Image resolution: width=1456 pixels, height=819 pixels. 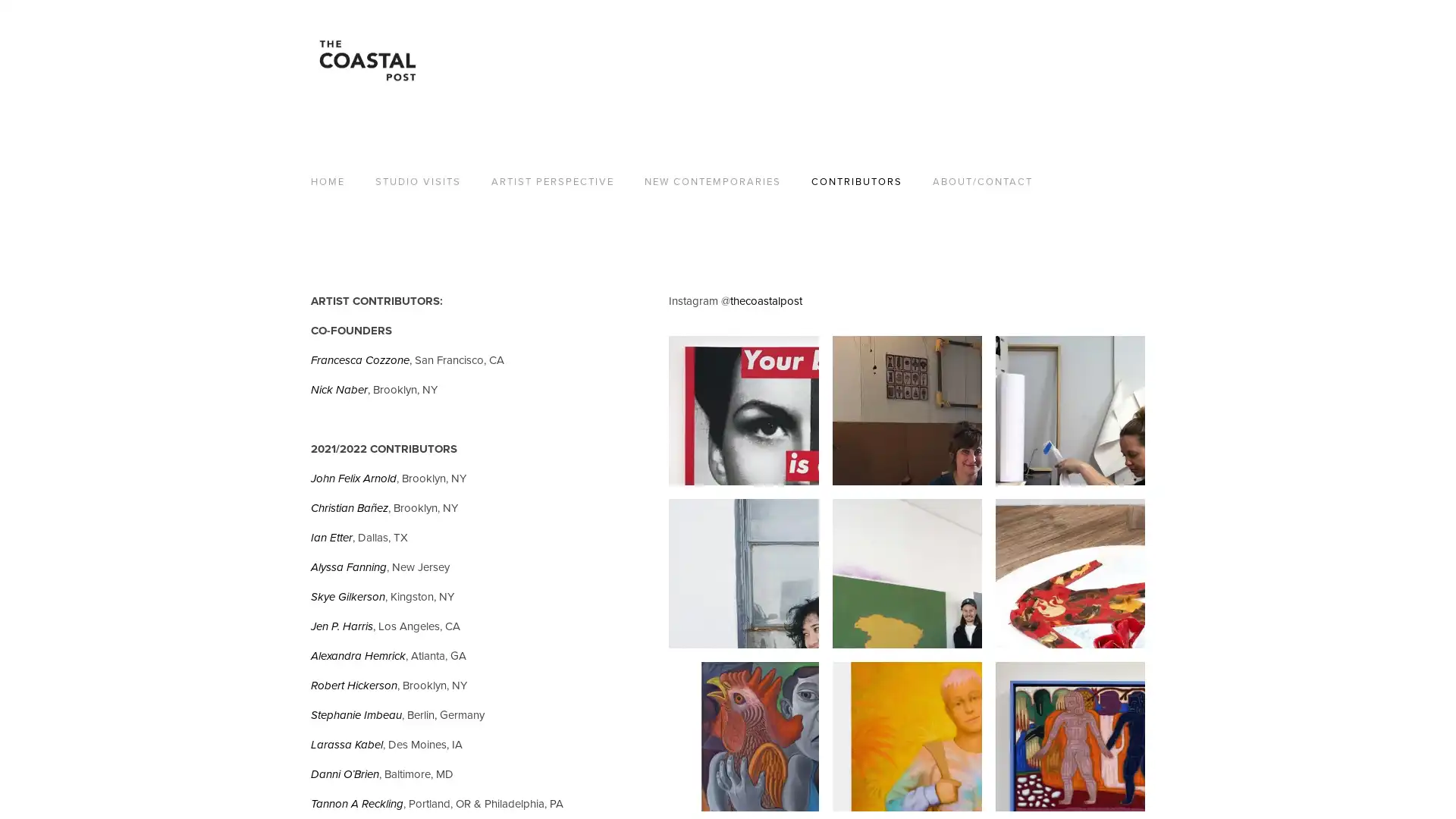 What do you see at coordinates (743, 573) in the screenshot?
I see `View fullsize &ldquo;The Mirror,&rdquo; a profile of Aineki Traverso by Alexandra Hemrick is now live on the site! @aaineki @originaltitle #ainekitraverso #painting #portraits #studiovisit #georgia #thecoastalpost` at bounding box center [743, 573].